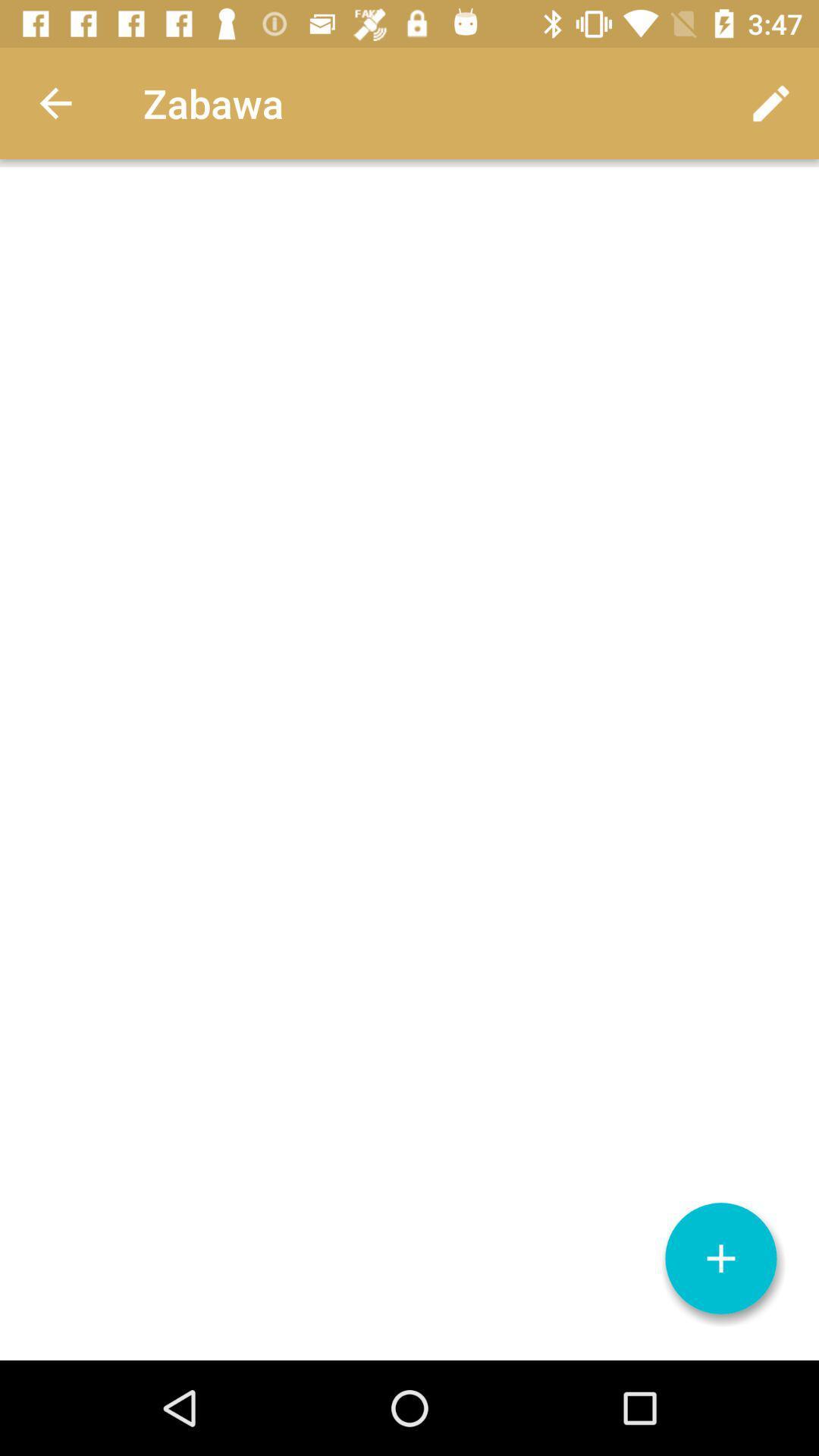 This screenshot has width=819, height=1456. Describe the element at coordinates (720, 1258) in the screenshot. I see `new` at that location.